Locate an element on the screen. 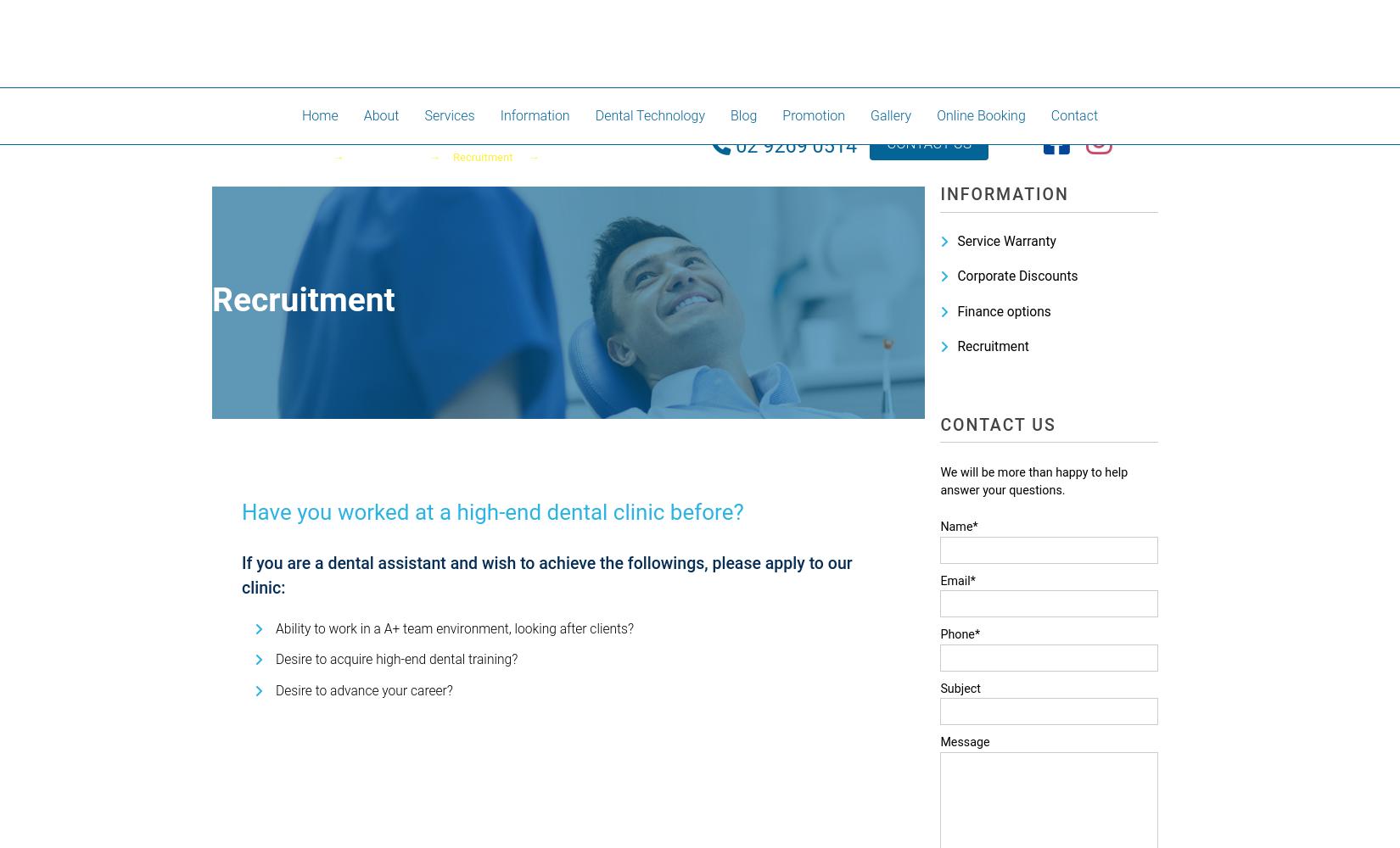 This screenshot has width=1400, height=848. 'Finance options' is located at coordinates (1004, 310).